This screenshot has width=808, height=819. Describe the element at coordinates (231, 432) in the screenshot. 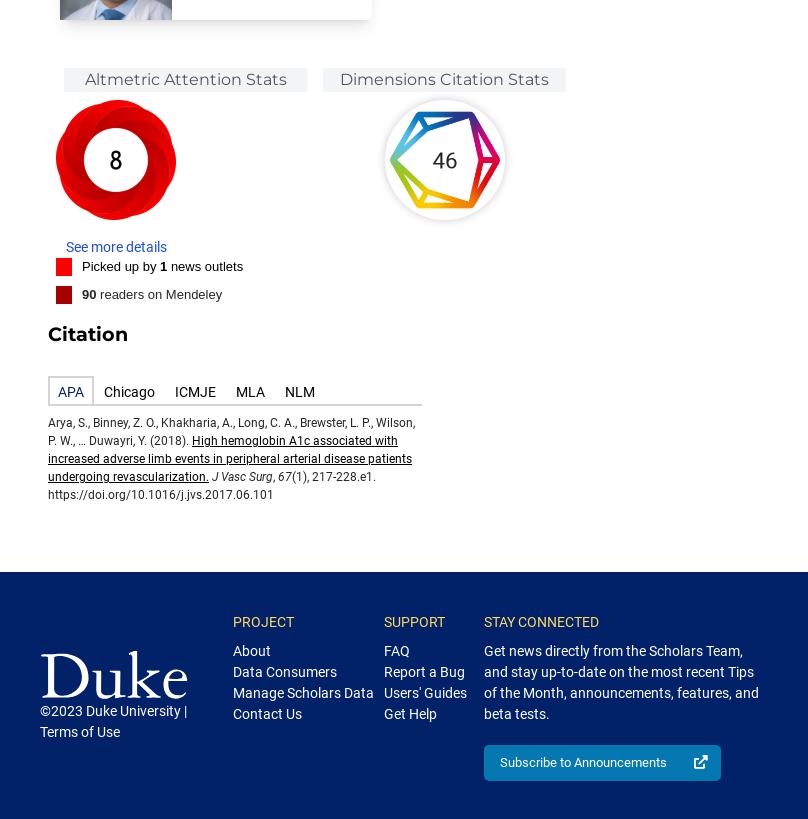

I see `'Arya, S., Binney, Z. O., Khakharia, A., Long, C. A., Brewster, L. P., Wilson, P. W., … Duwayri, Y. (2018).'` at that location.